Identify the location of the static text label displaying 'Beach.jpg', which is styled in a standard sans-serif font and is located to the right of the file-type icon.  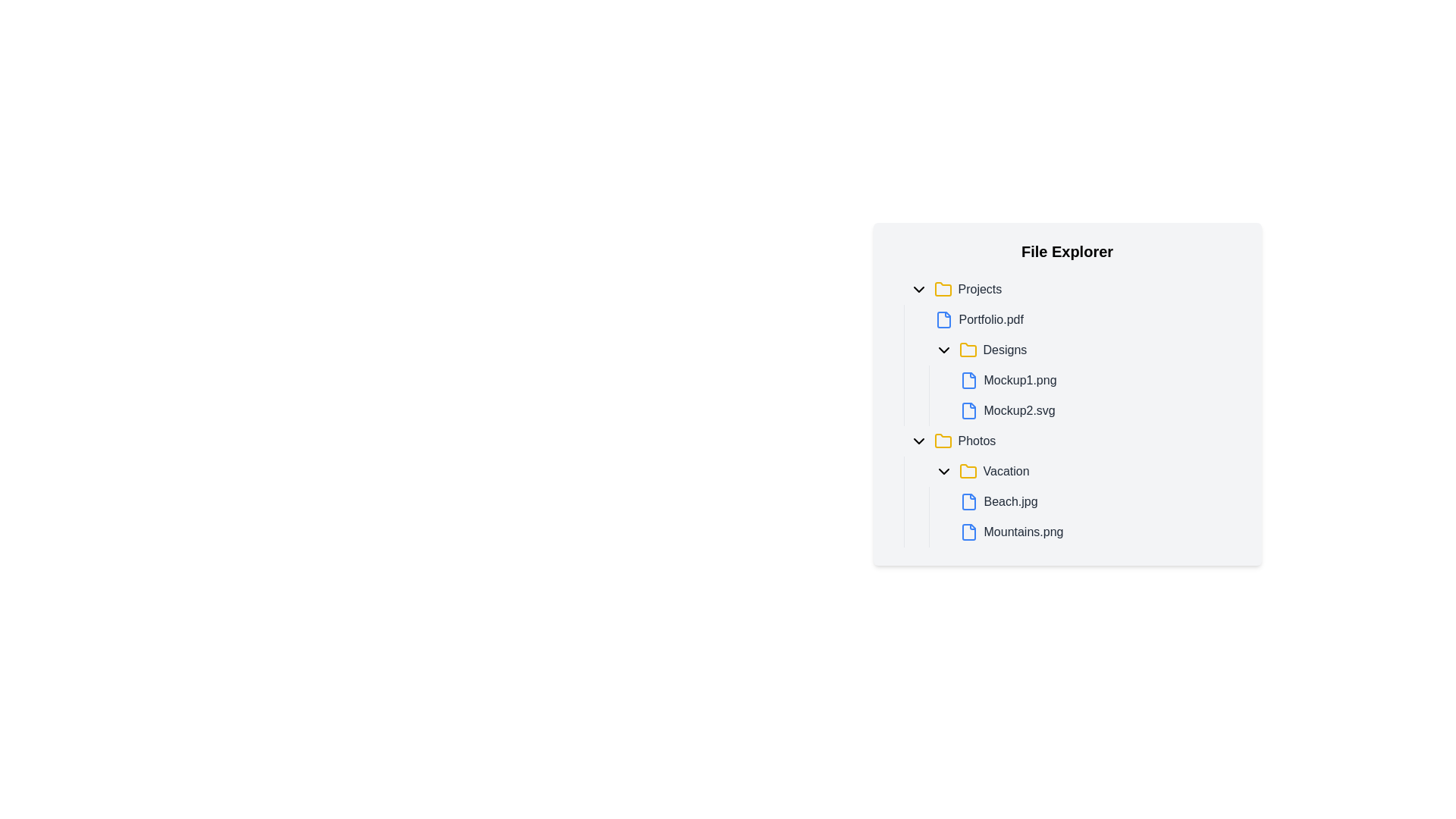
(1011, 502).